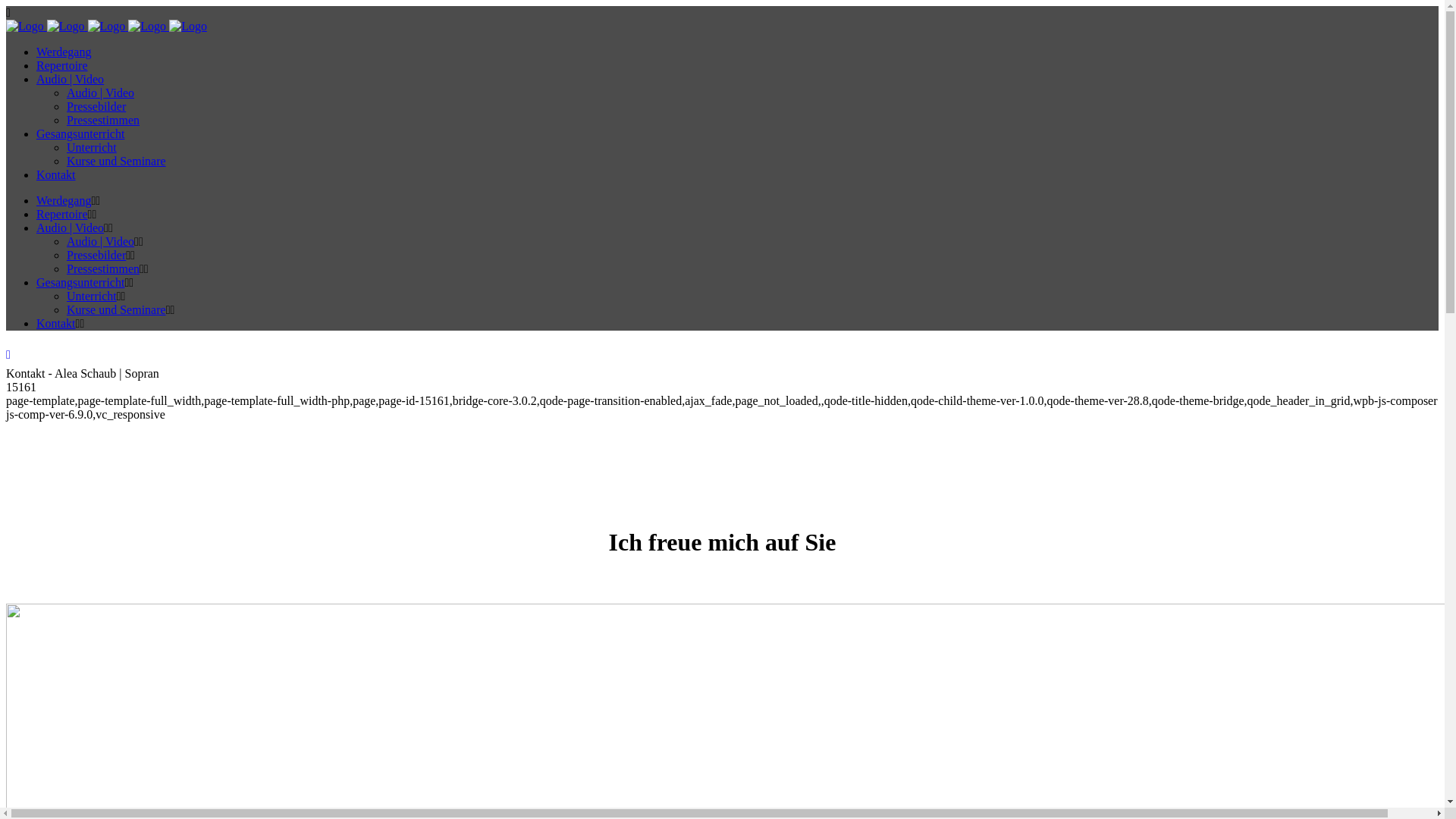 The width and height of the screenshot is (1456, 819). I want to click on 'Pressebilder', so click(65, 254).